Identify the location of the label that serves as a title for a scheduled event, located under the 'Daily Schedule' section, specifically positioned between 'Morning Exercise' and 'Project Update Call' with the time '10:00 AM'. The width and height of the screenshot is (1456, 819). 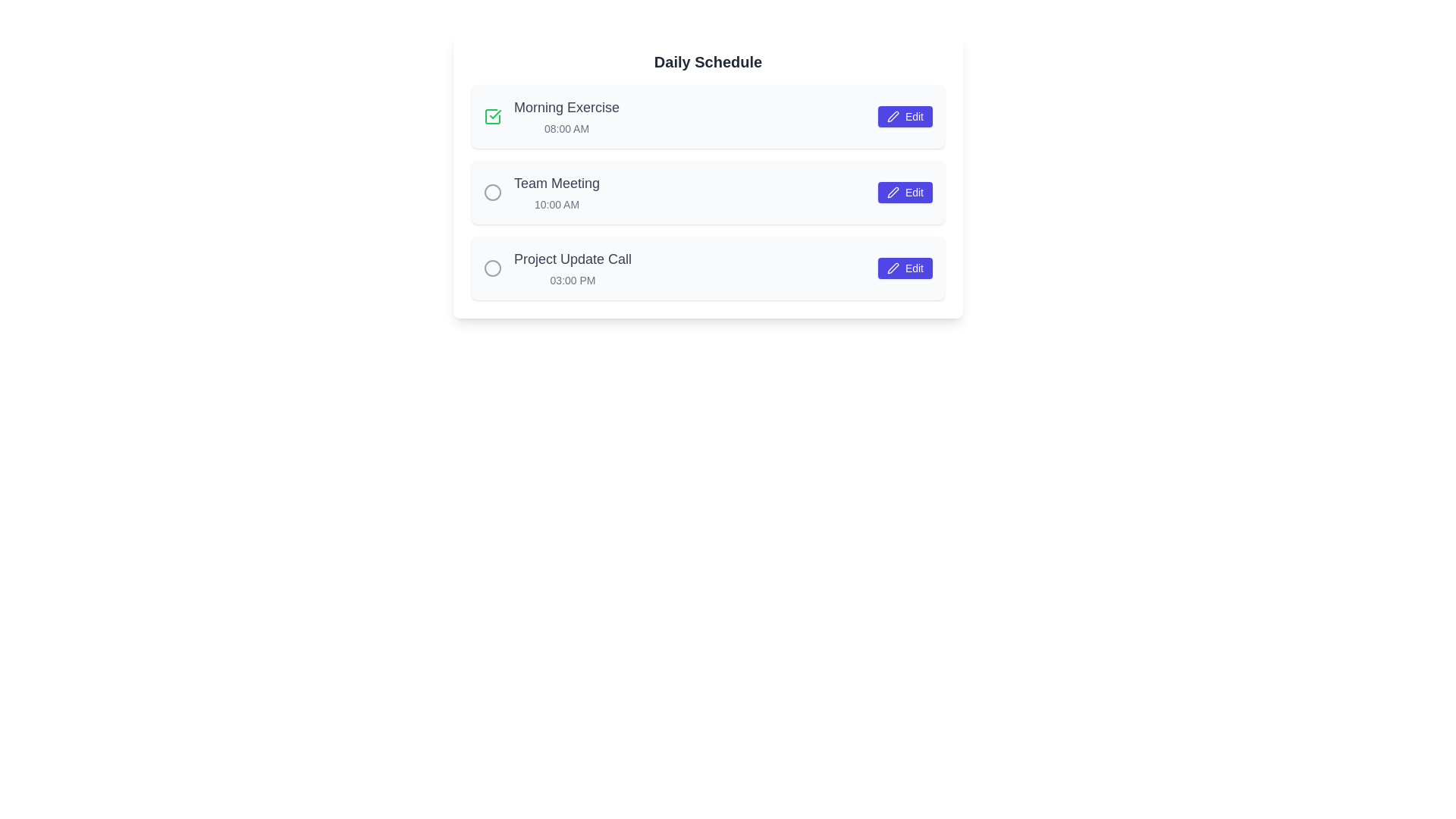
(556, 183).